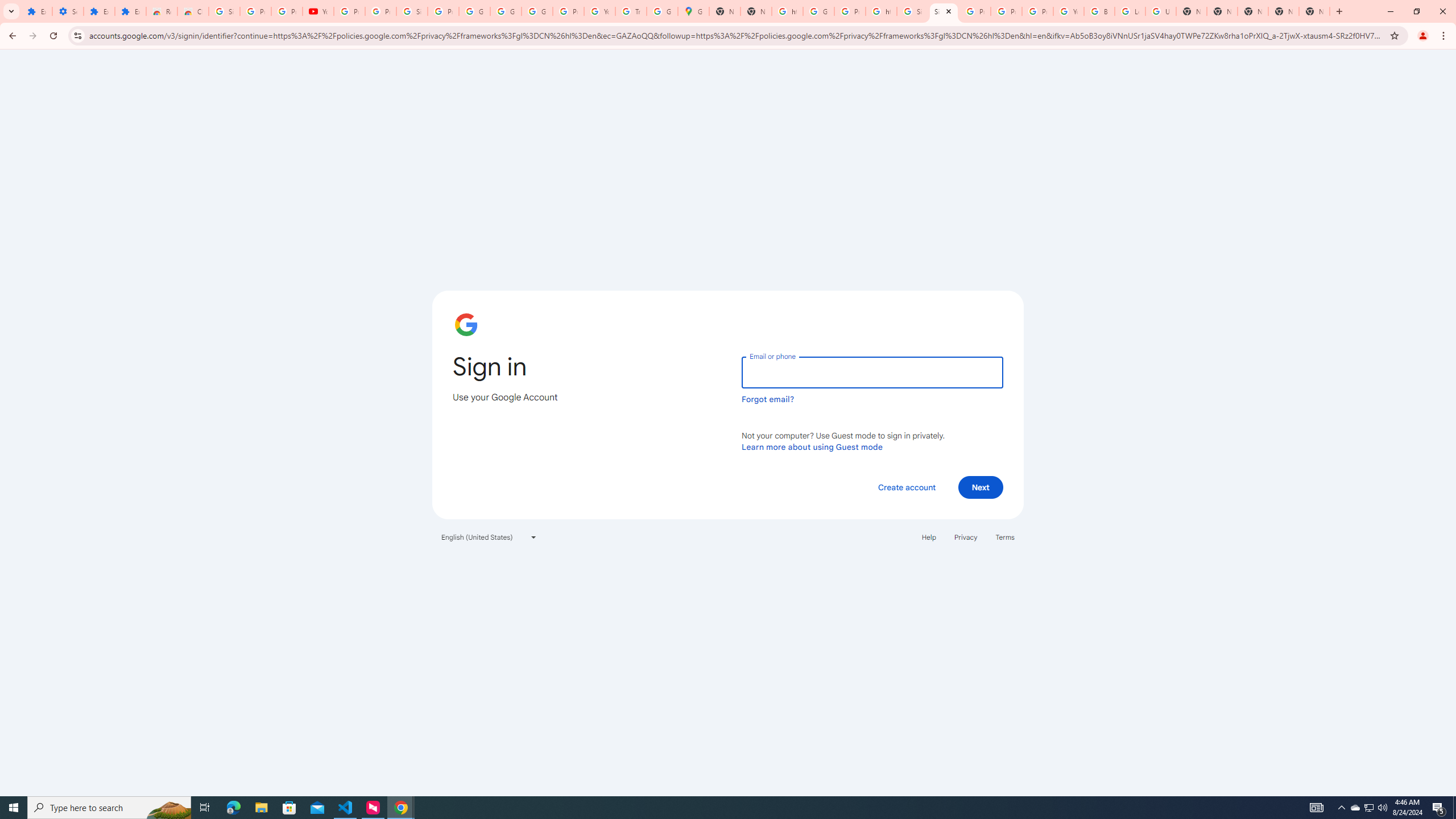  What do you see at coordinates (767, 399) in the screenshot?
I see `'Forgot email?'` at bounding box center [767, 399].